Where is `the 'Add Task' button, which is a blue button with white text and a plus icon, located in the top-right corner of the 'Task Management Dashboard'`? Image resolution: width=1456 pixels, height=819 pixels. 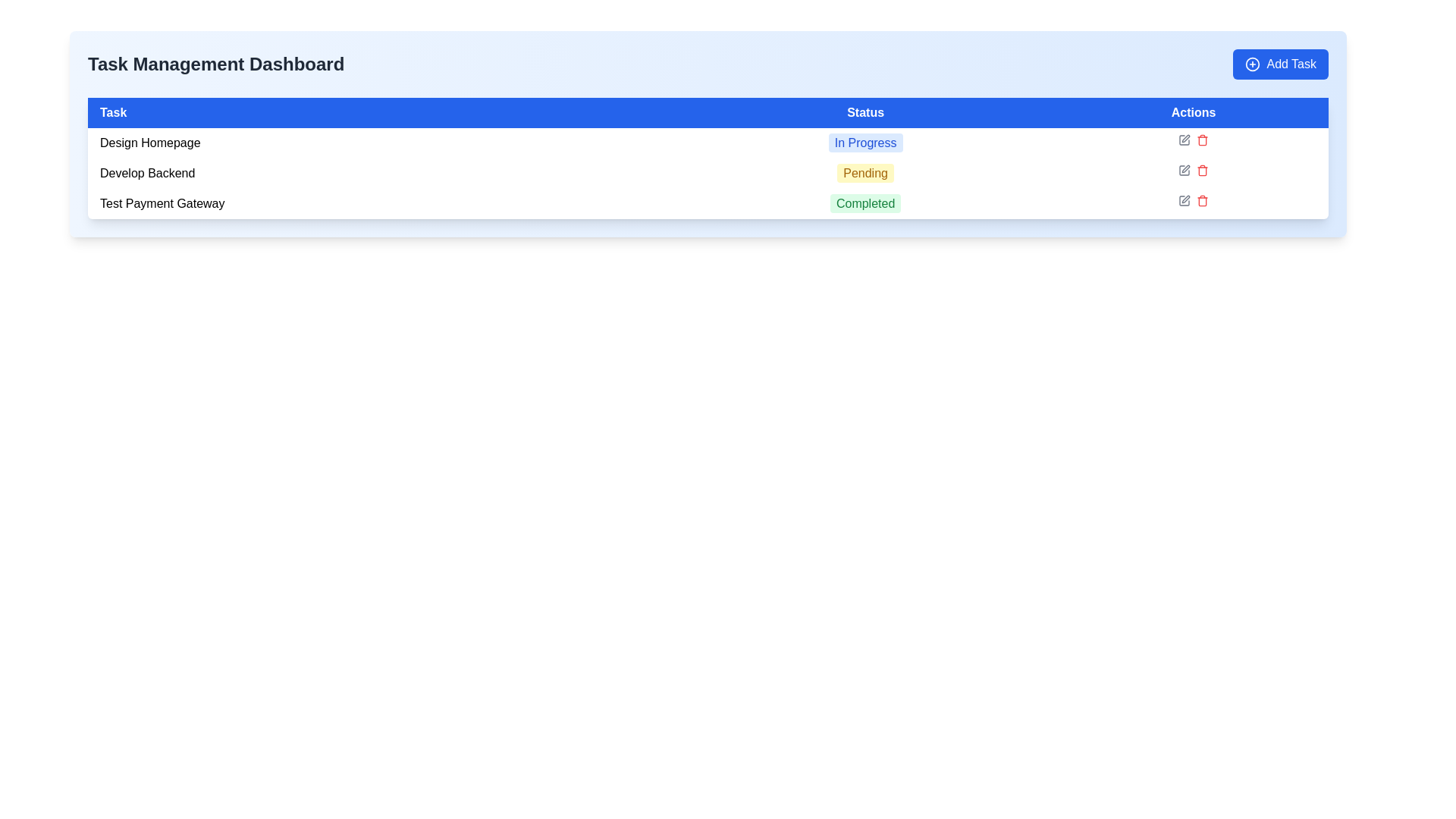
the 'Add Task' button, which is a blue button with white text and a plus icon, located in the top-right corner of the 'Task Management Dashboard' is located at coordinates (1280, 63).